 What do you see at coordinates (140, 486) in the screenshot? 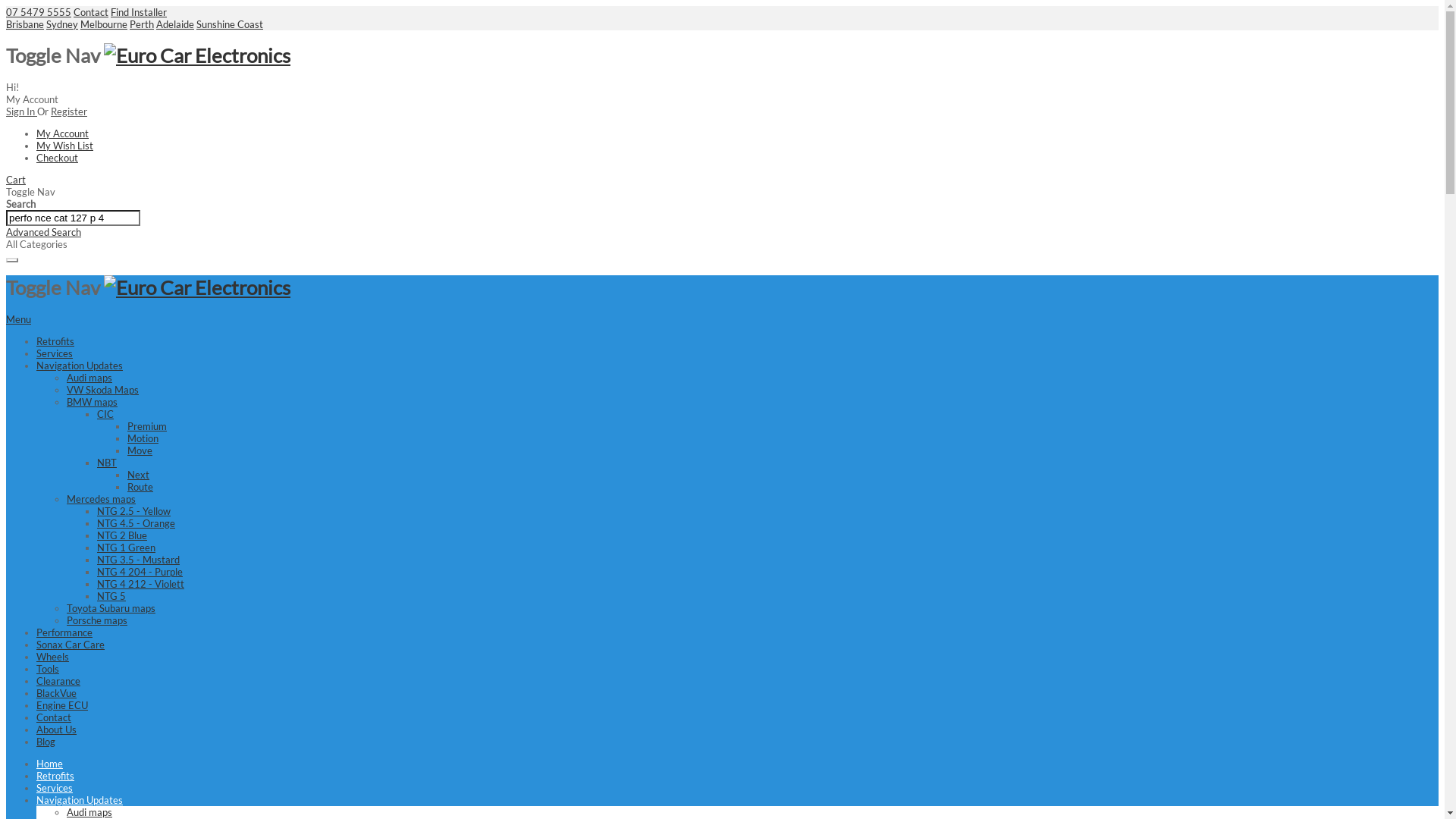
I see `'Route'` at bounding box center [140, 486].